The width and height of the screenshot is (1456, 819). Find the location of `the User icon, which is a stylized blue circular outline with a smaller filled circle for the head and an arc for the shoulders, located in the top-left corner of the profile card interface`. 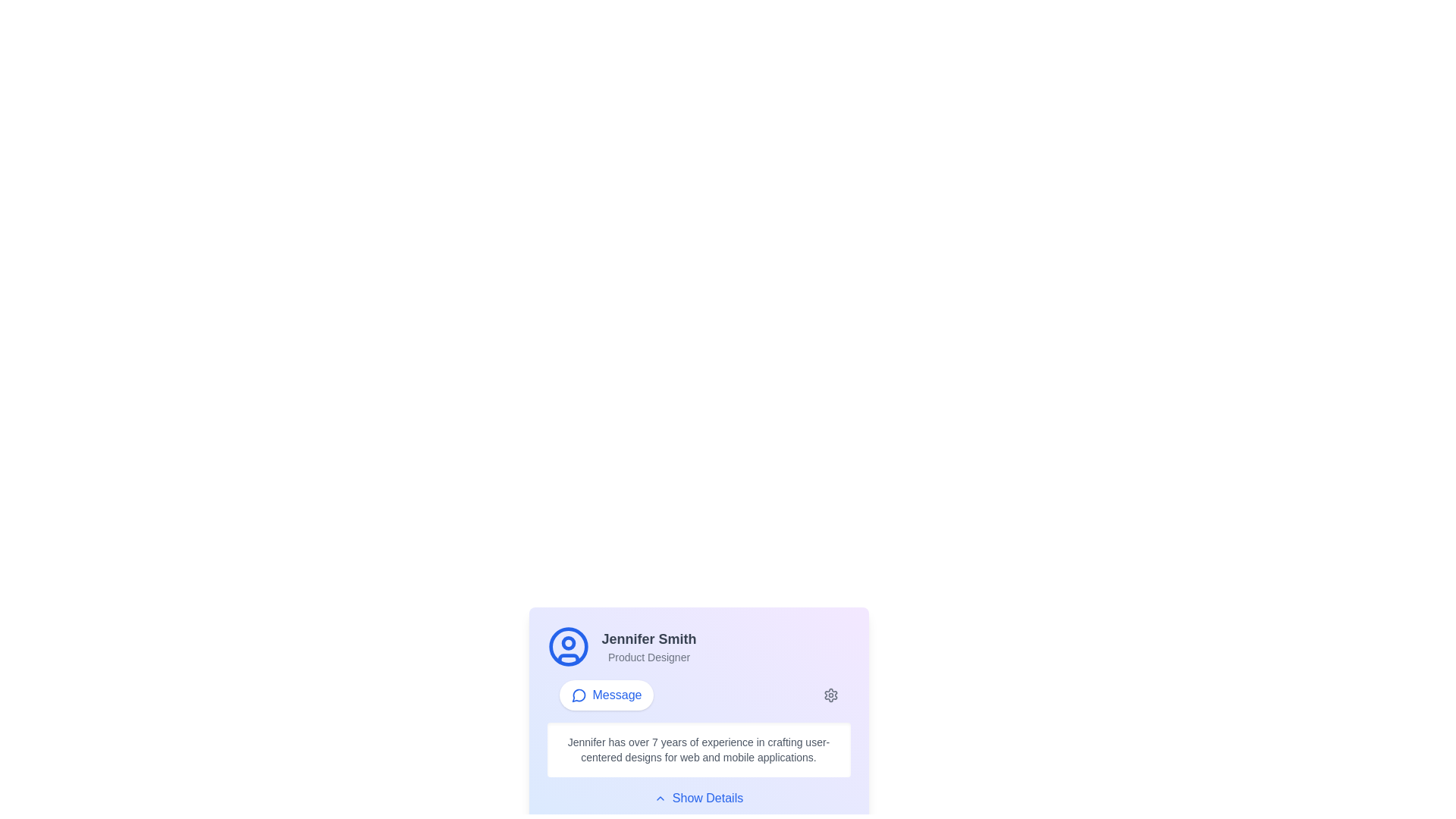

the User icon, which is a stylized blue circular outline with a smaller filled circle for the head and an arc for the shoulders, located in the top-left corner of the profile card interface is located at coordinates (567, 646).